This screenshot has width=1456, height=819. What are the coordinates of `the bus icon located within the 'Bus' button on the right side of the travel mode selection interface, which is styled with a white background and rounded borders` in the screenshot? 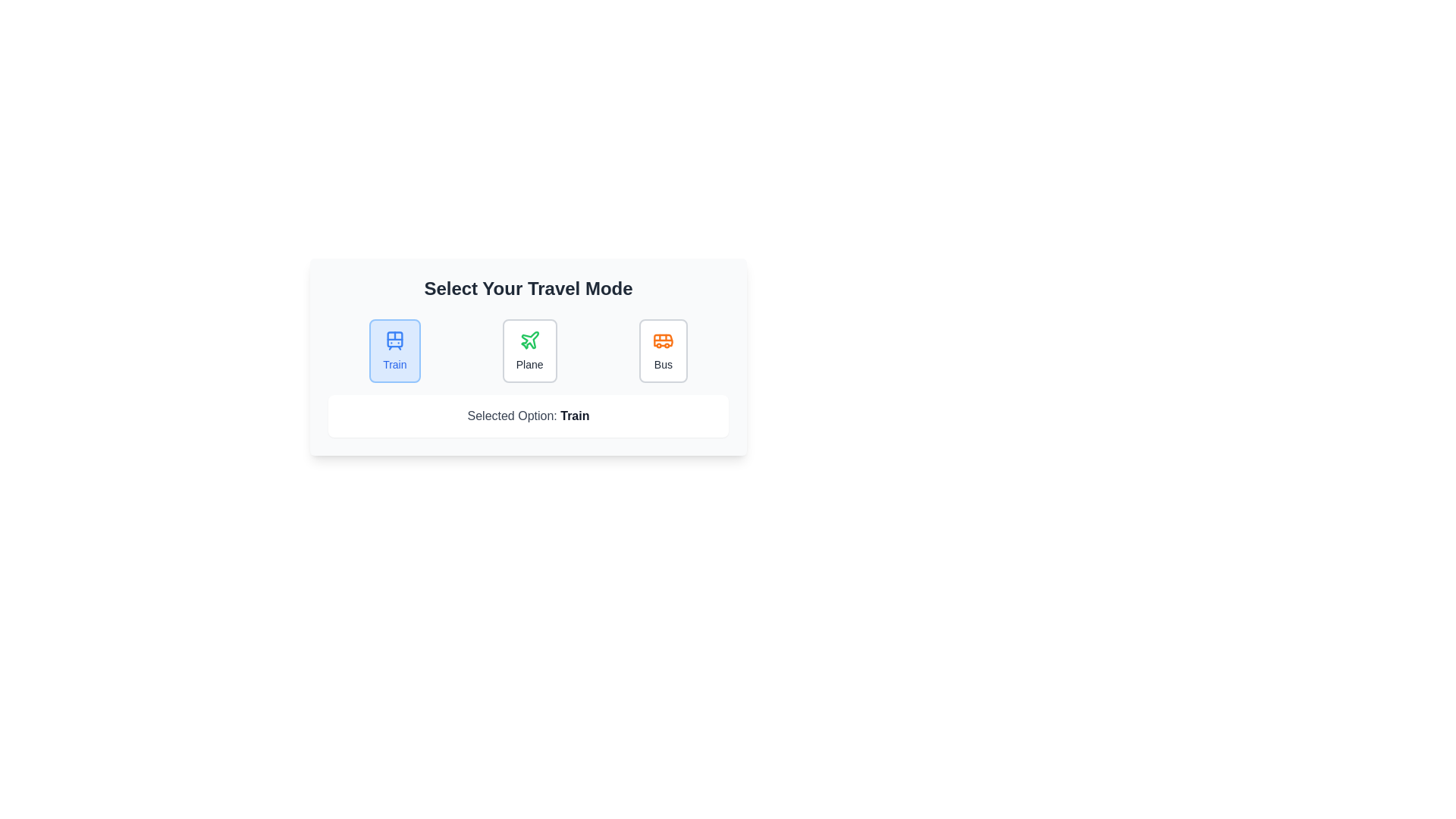 It's located at (663, 339).